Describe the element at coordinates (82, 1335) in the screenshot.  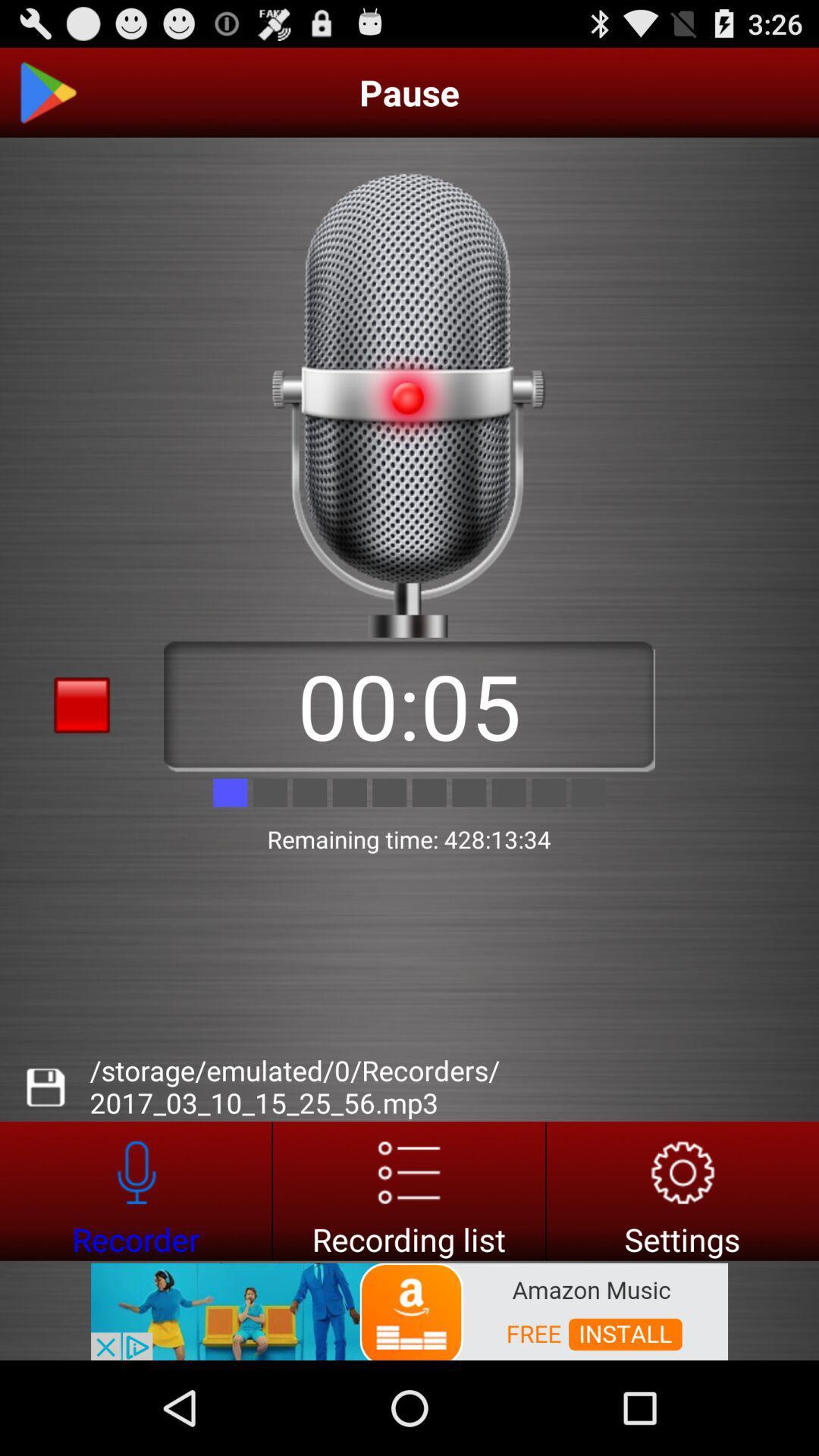
I see `advert` at that location.